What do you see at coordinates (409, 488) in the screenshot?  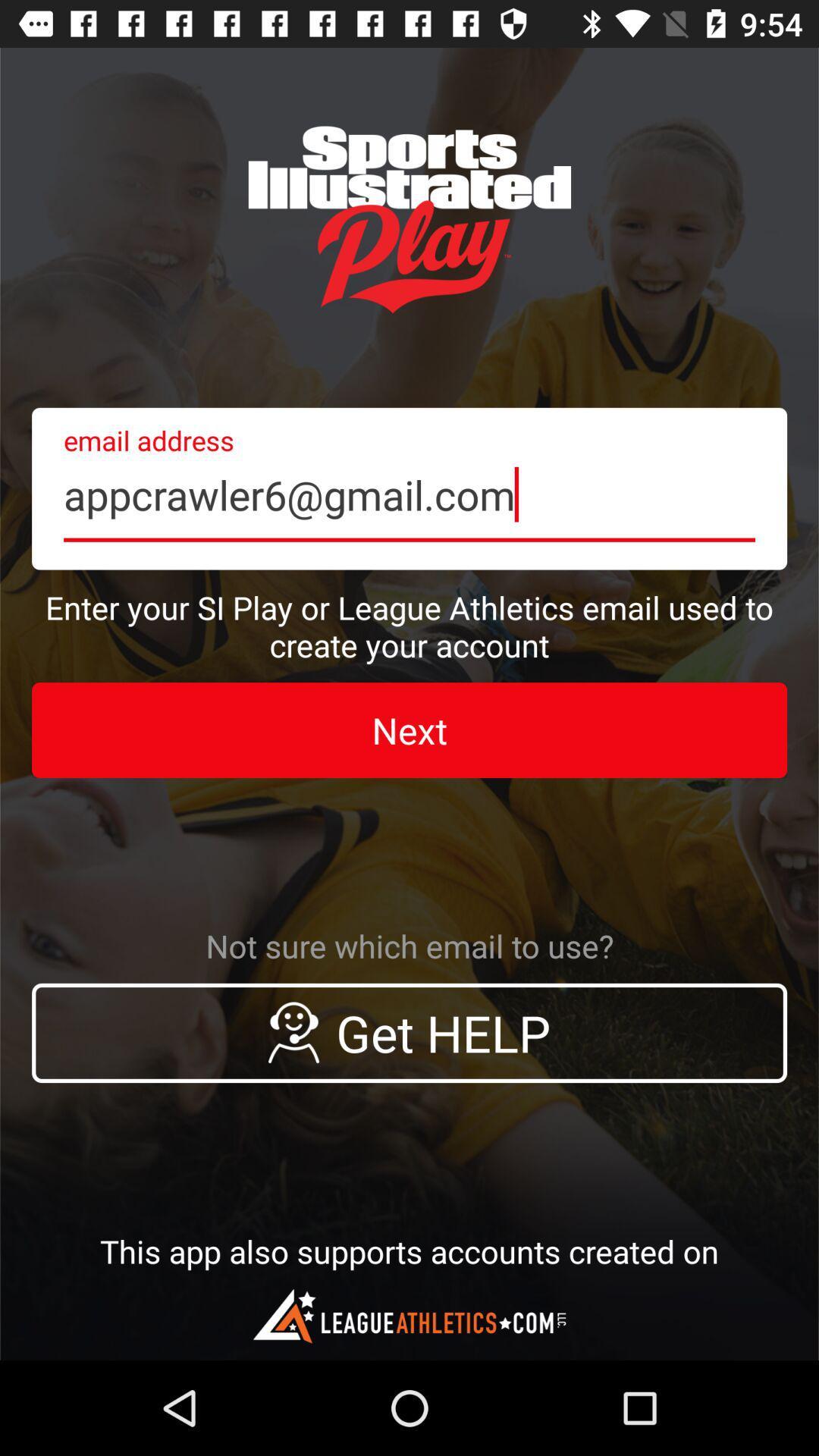 I see `the icon above enter your si` at bounding box center [409, 488].